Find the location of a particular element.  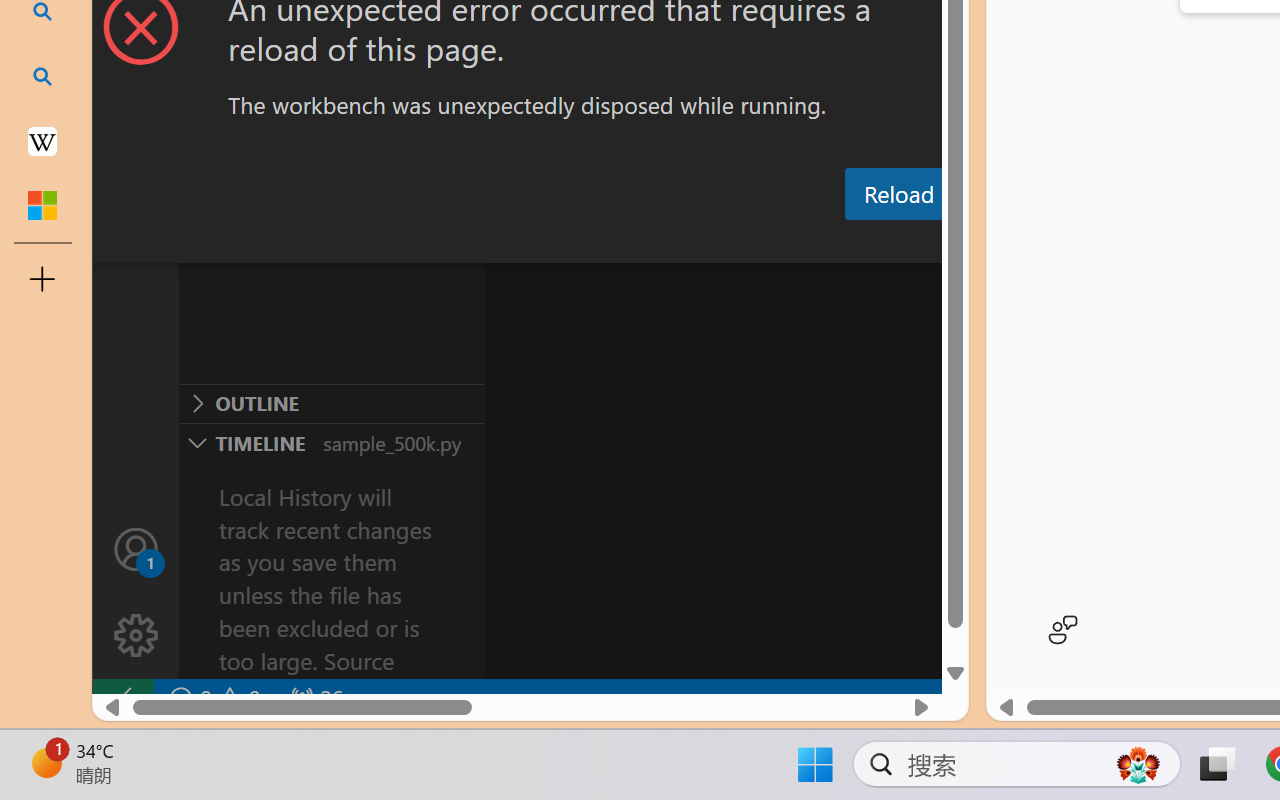

'Timeline Section' is located at coordinates (331, 441).